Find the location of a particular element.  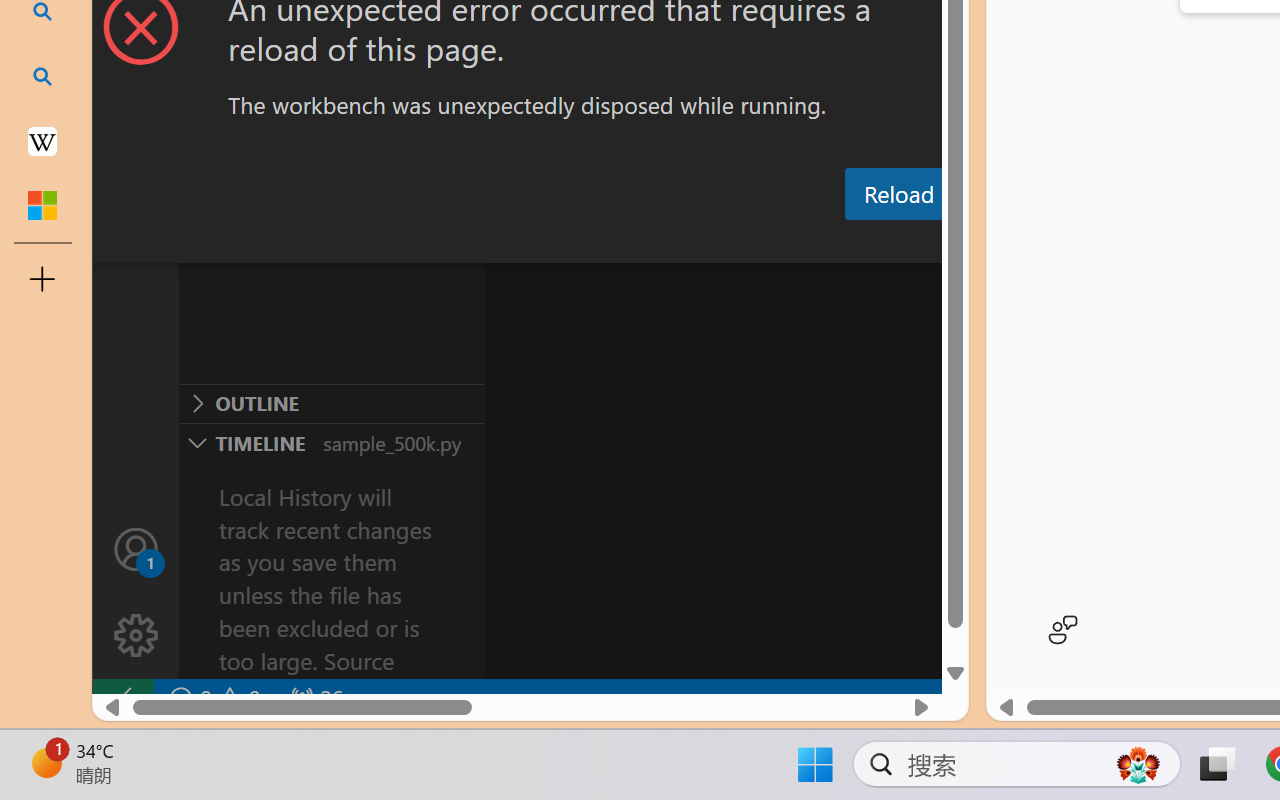

'Timeline Section' is located at coordinates (331, 441).